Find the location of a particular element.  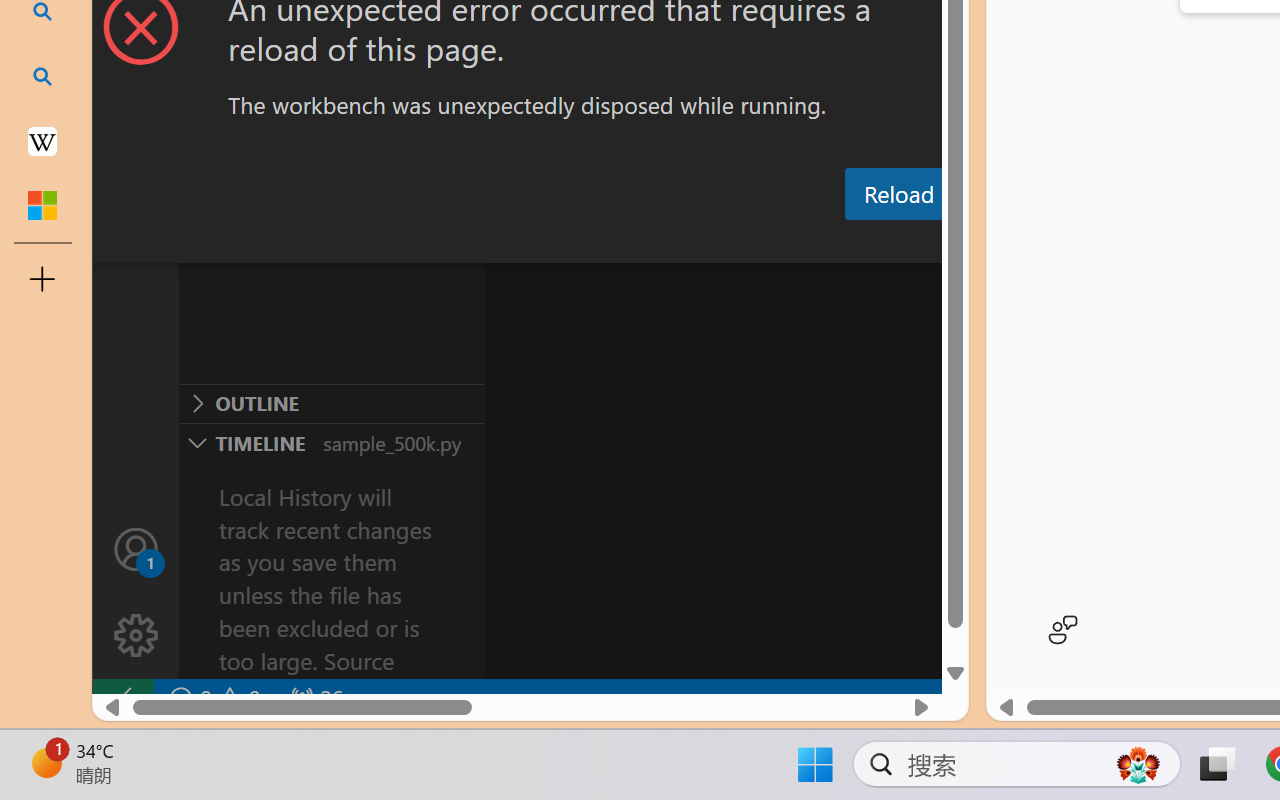

'Timeline Section' is located at coordinates (331, 441).